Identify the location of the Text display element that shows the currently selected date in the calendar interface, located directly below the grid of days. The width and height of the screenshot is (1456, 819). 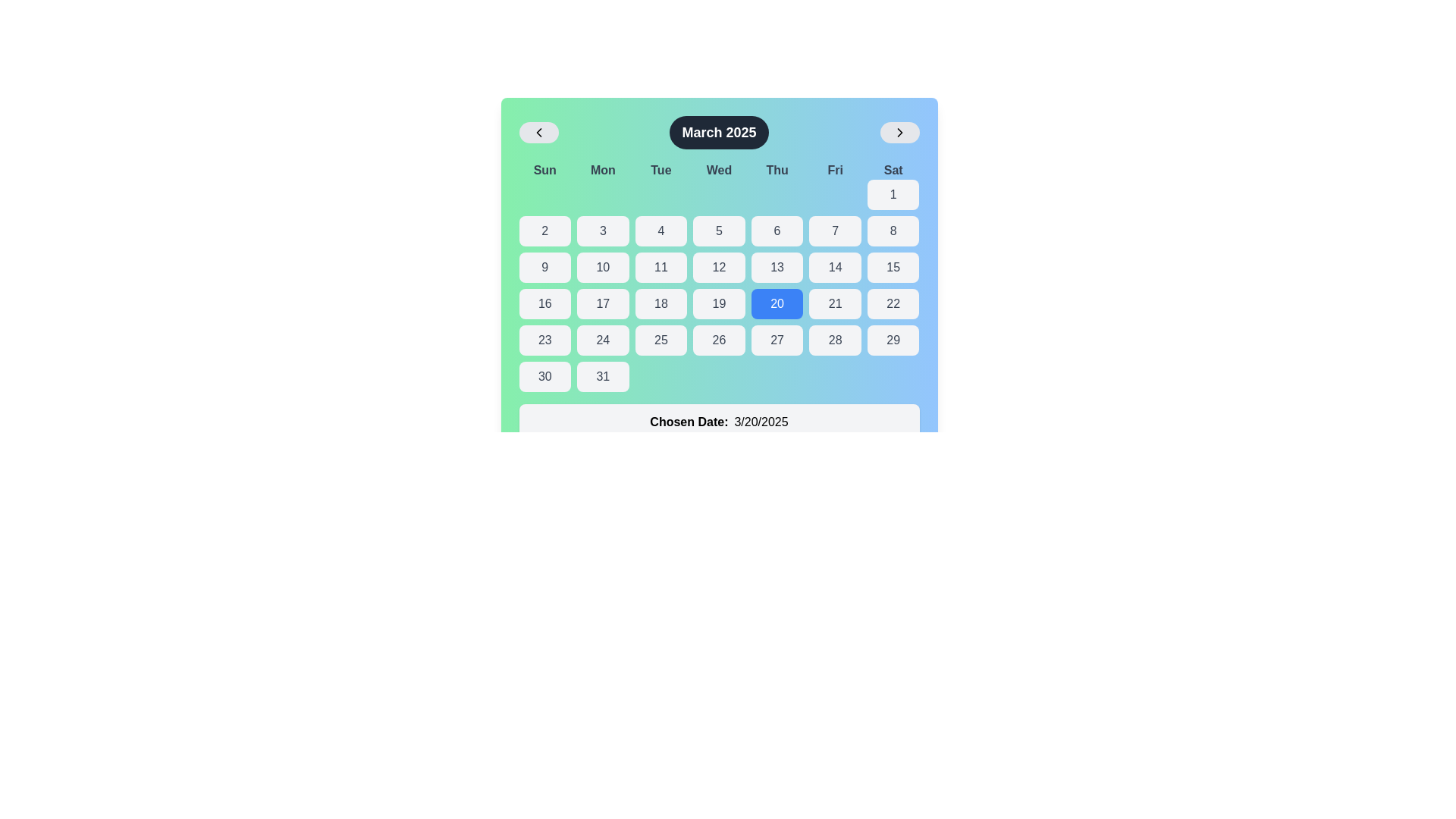
(718, 422).